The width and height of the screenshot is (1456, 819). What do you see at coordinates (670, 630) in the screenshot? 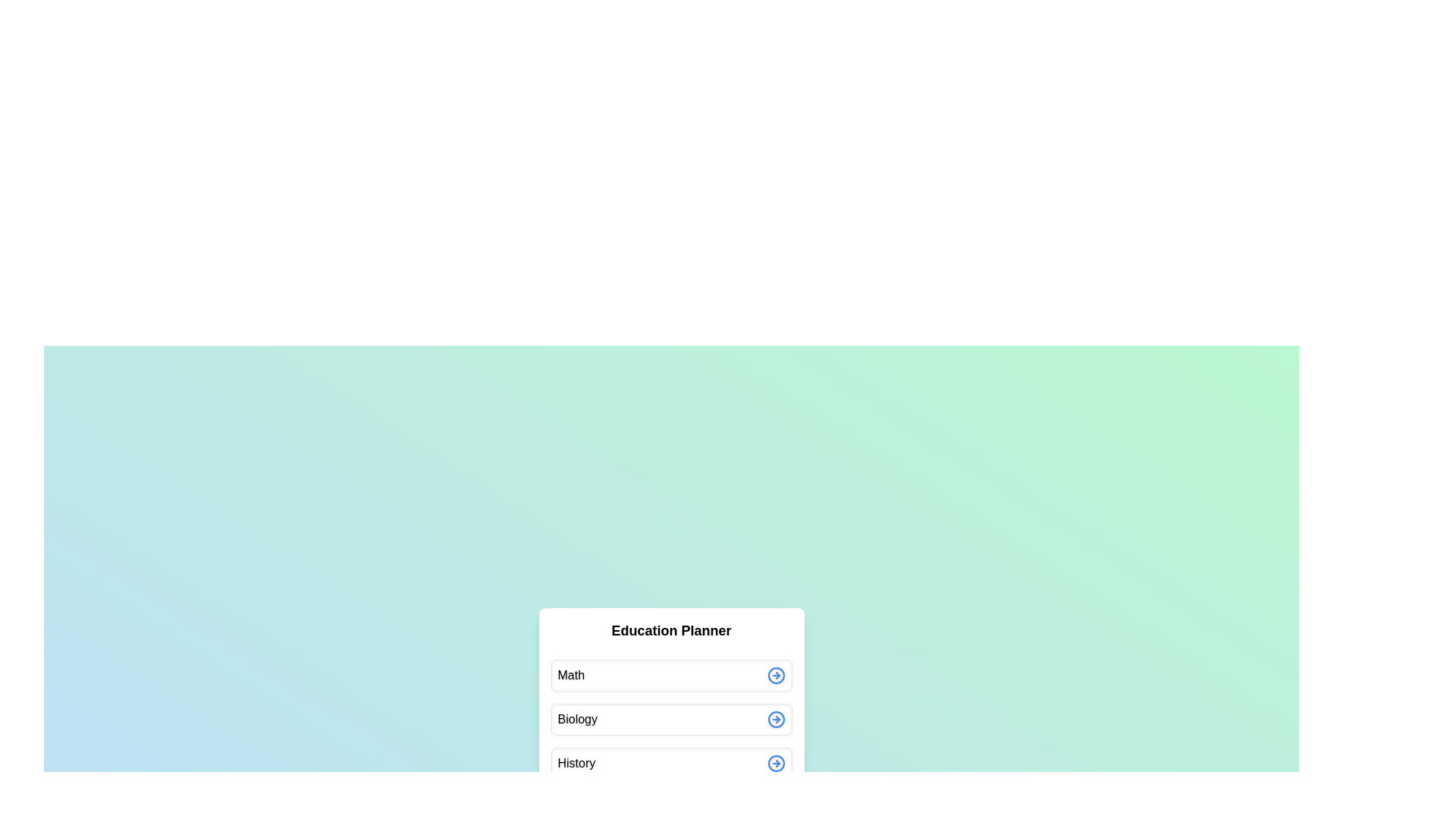
I see `the header text 'Education Planner'` at bounding box center [670, 630].